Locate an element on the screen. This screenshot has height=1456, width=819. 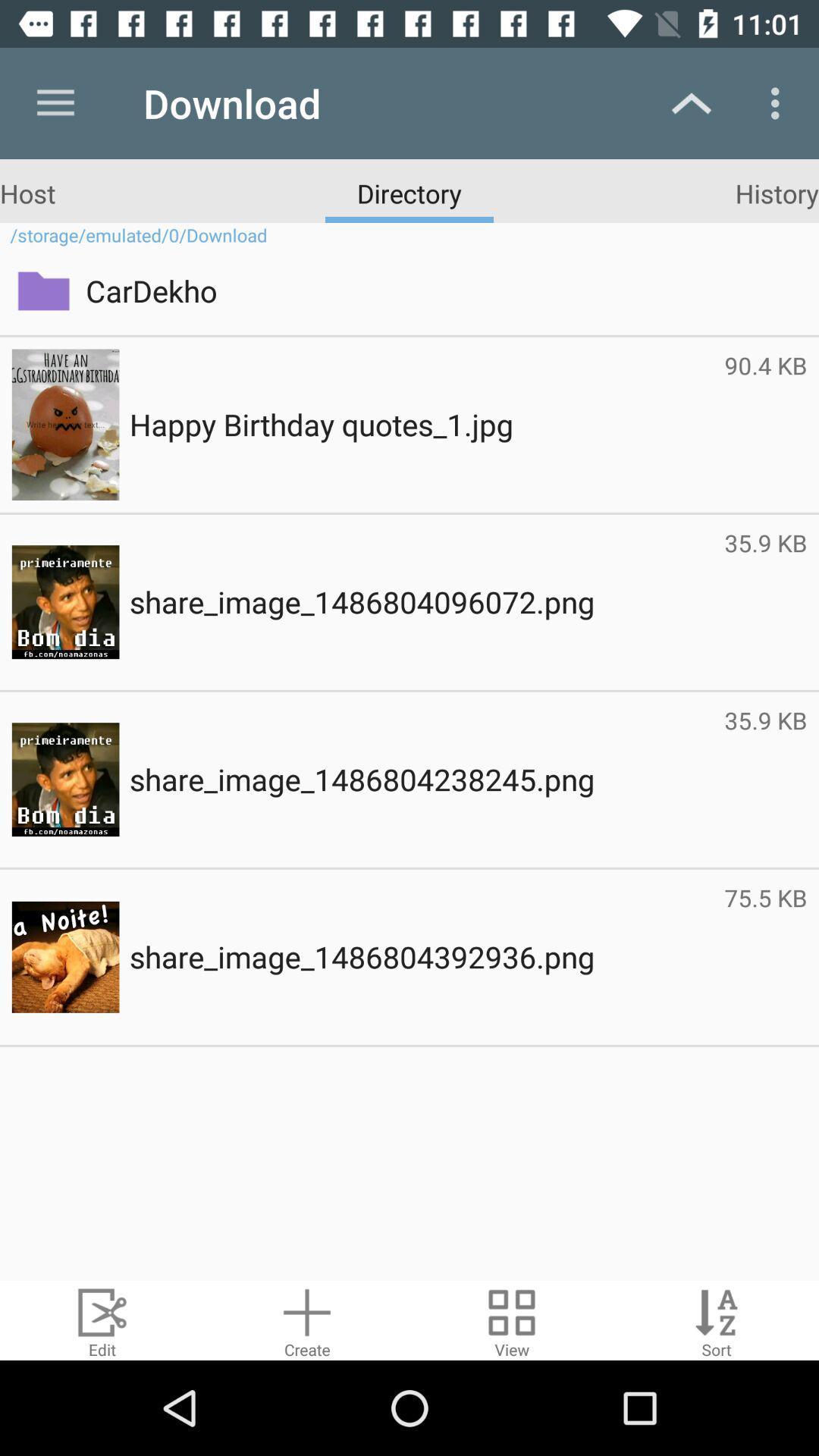
photo album is located at coordinates (512, 1319).